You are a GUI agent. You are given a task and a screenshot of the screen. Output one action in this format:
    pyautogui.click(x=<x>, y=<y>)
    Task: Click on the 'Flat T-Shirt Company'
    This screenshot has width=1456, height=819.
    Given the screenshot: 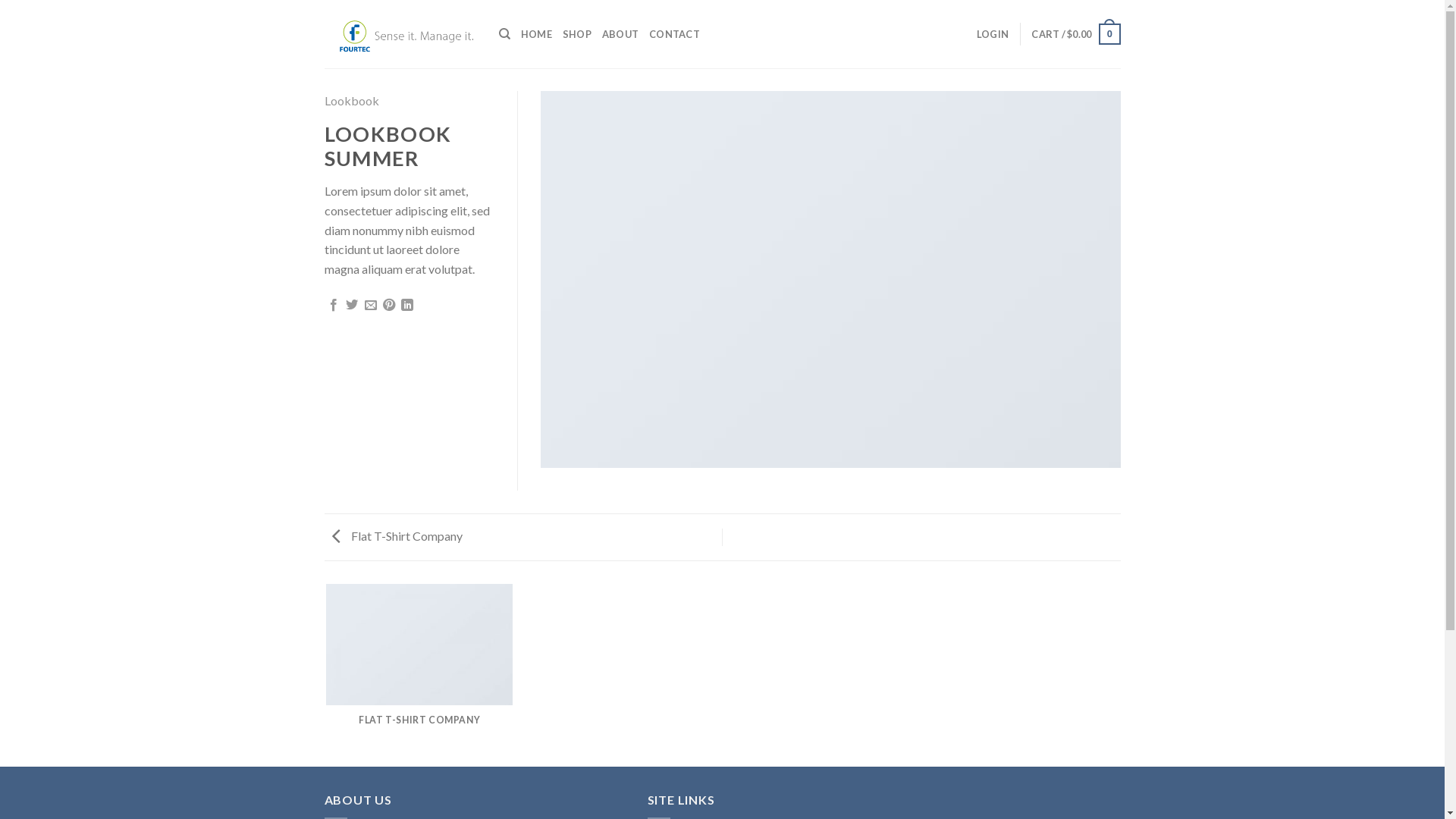 What is the action you would take?
    pyautogui.click(x=393, y=535)
    